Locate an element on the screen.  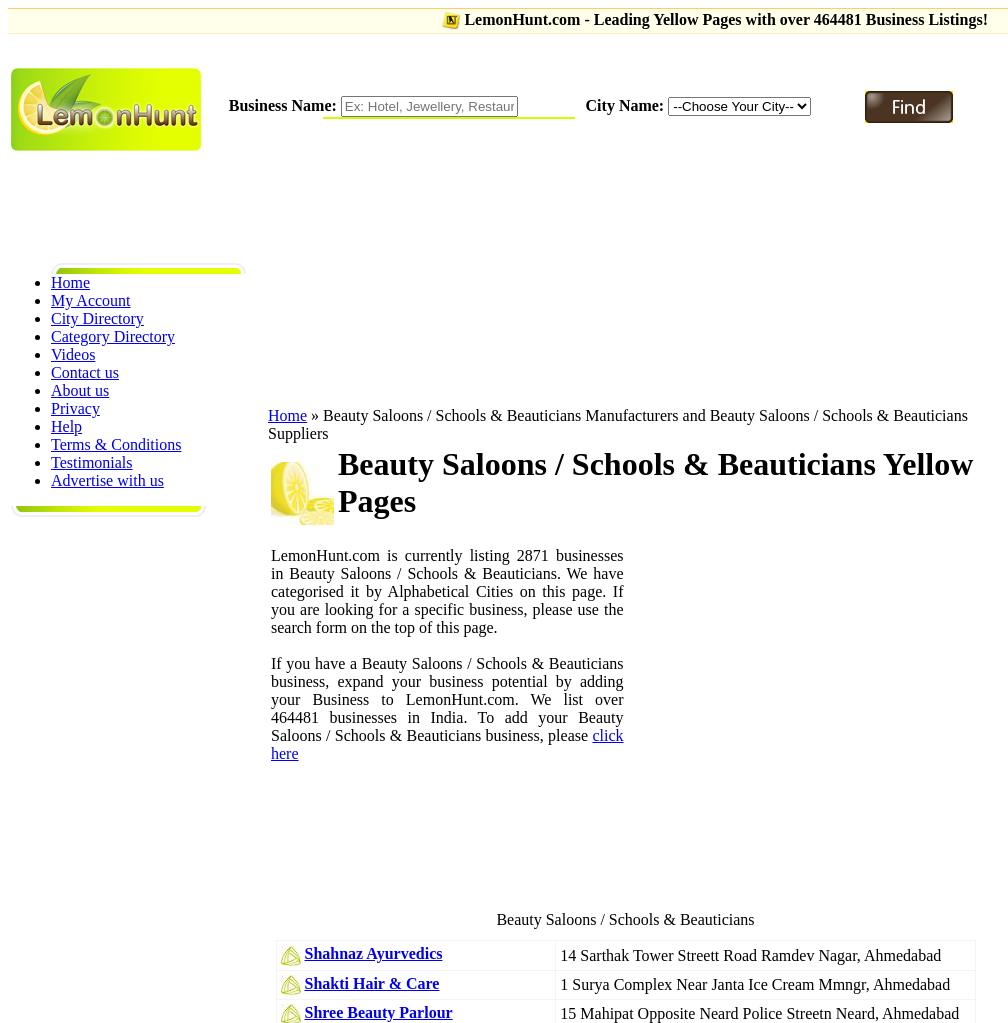
'Videos' is located at coordinates (51, 354).